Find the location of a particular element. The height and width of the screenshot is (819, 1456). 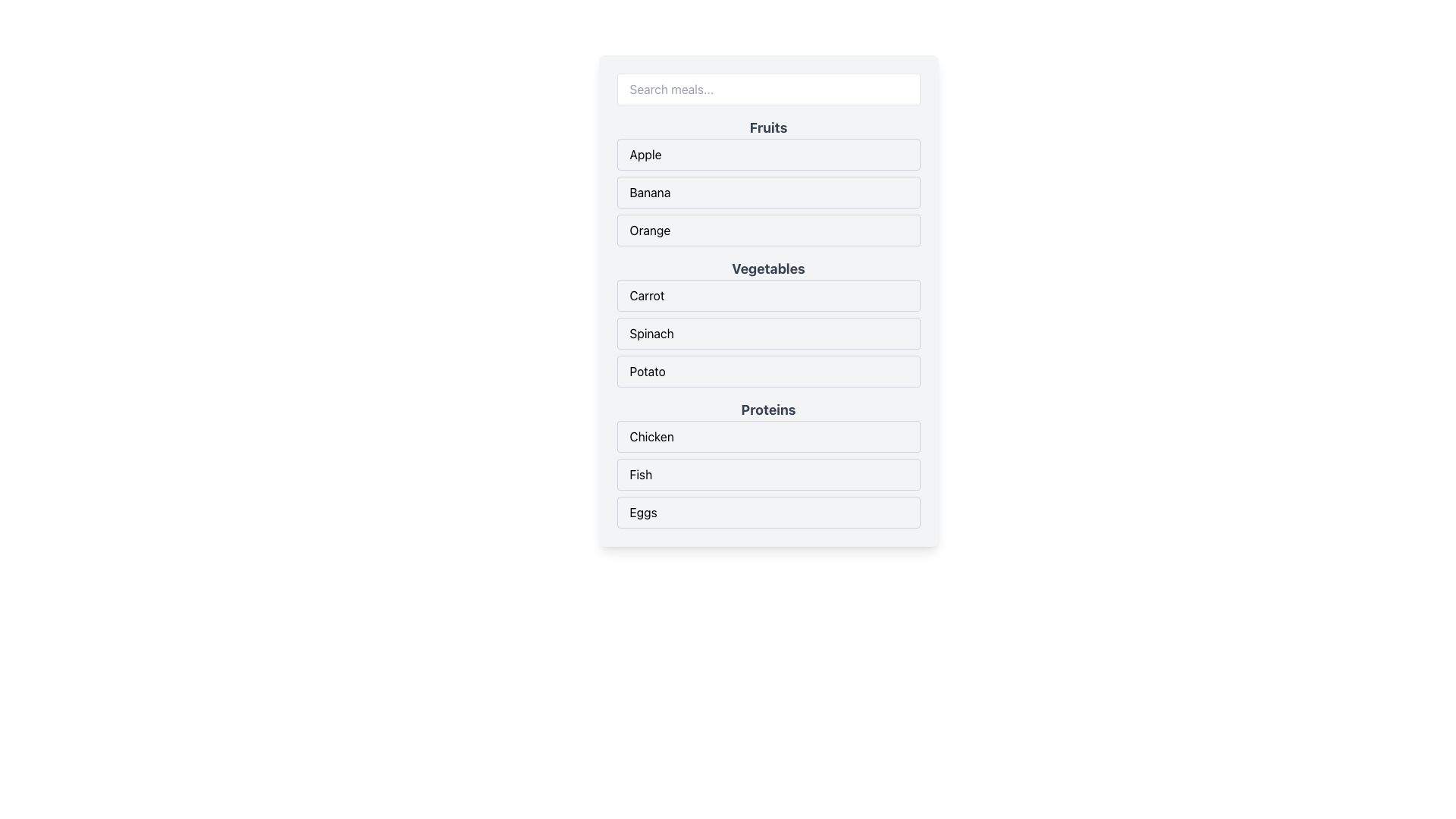

the 'Apple' text label in the first entry under the 'Fruits' section is located at coordinates (645, 155).